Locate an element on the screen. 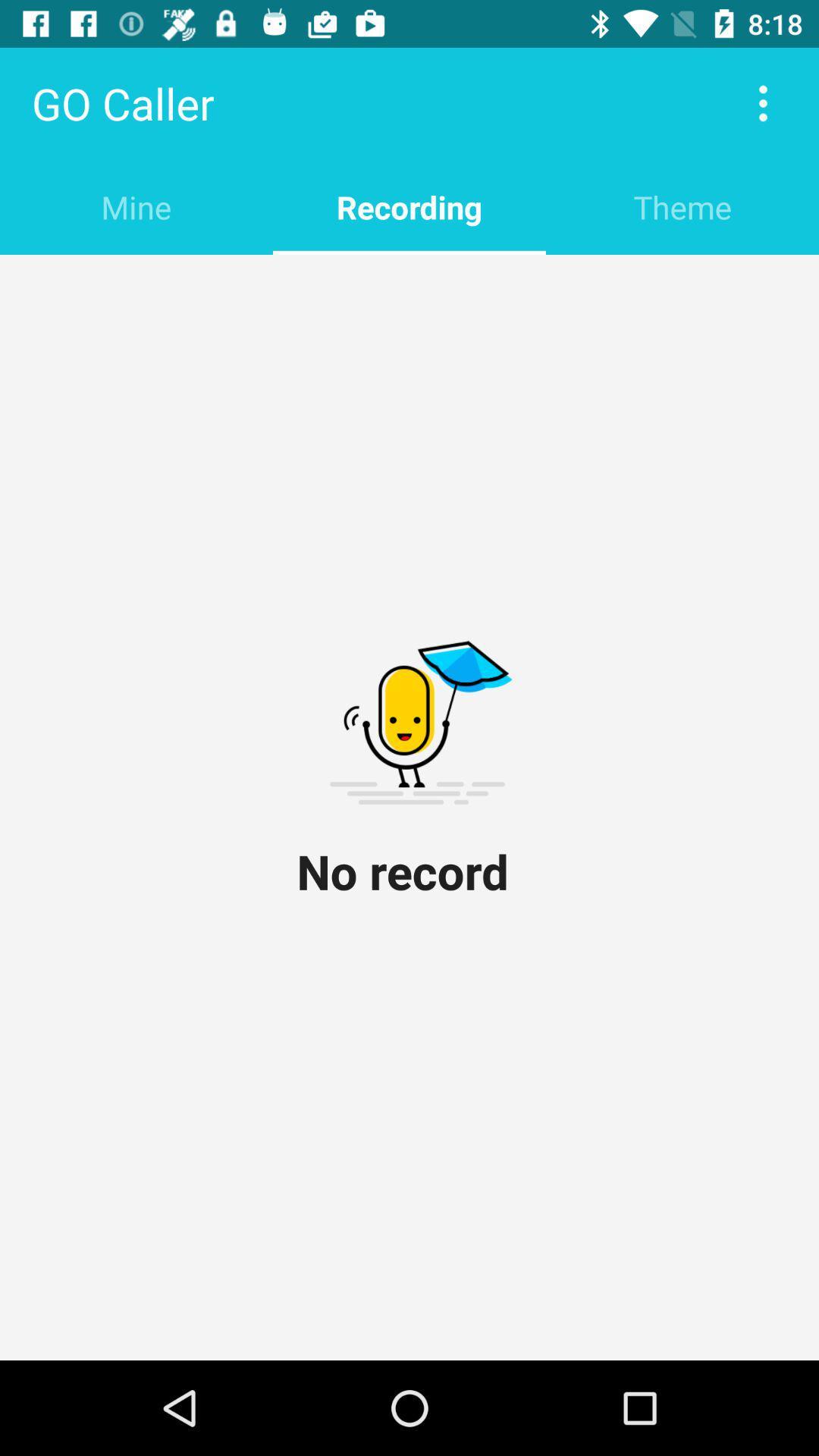 This screenshot has width=819, height=1456. the item next to recording item is located at coordinates (136, 206).